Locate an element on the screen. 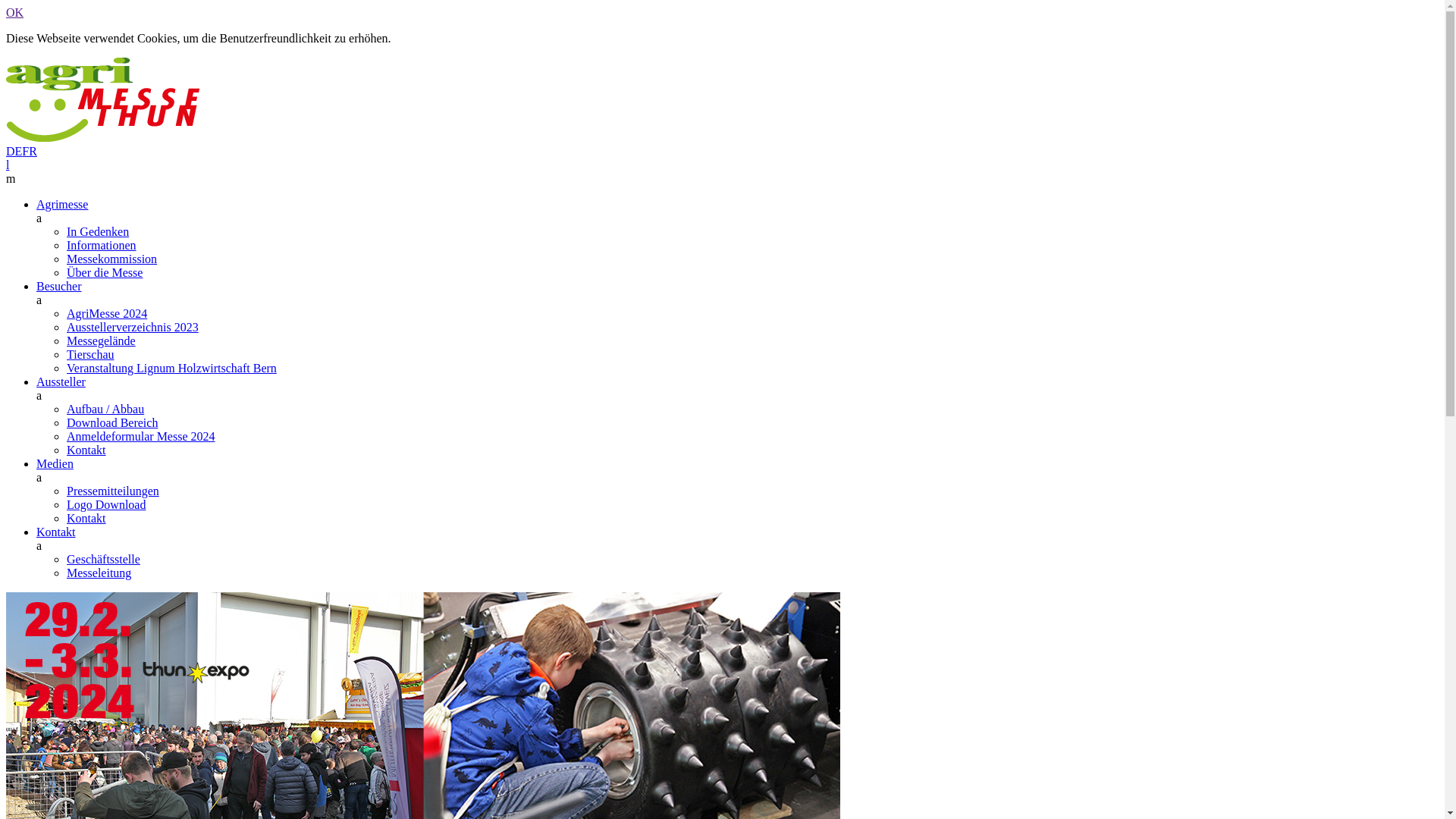  'Informationen' is located at coordinates (101, 244).